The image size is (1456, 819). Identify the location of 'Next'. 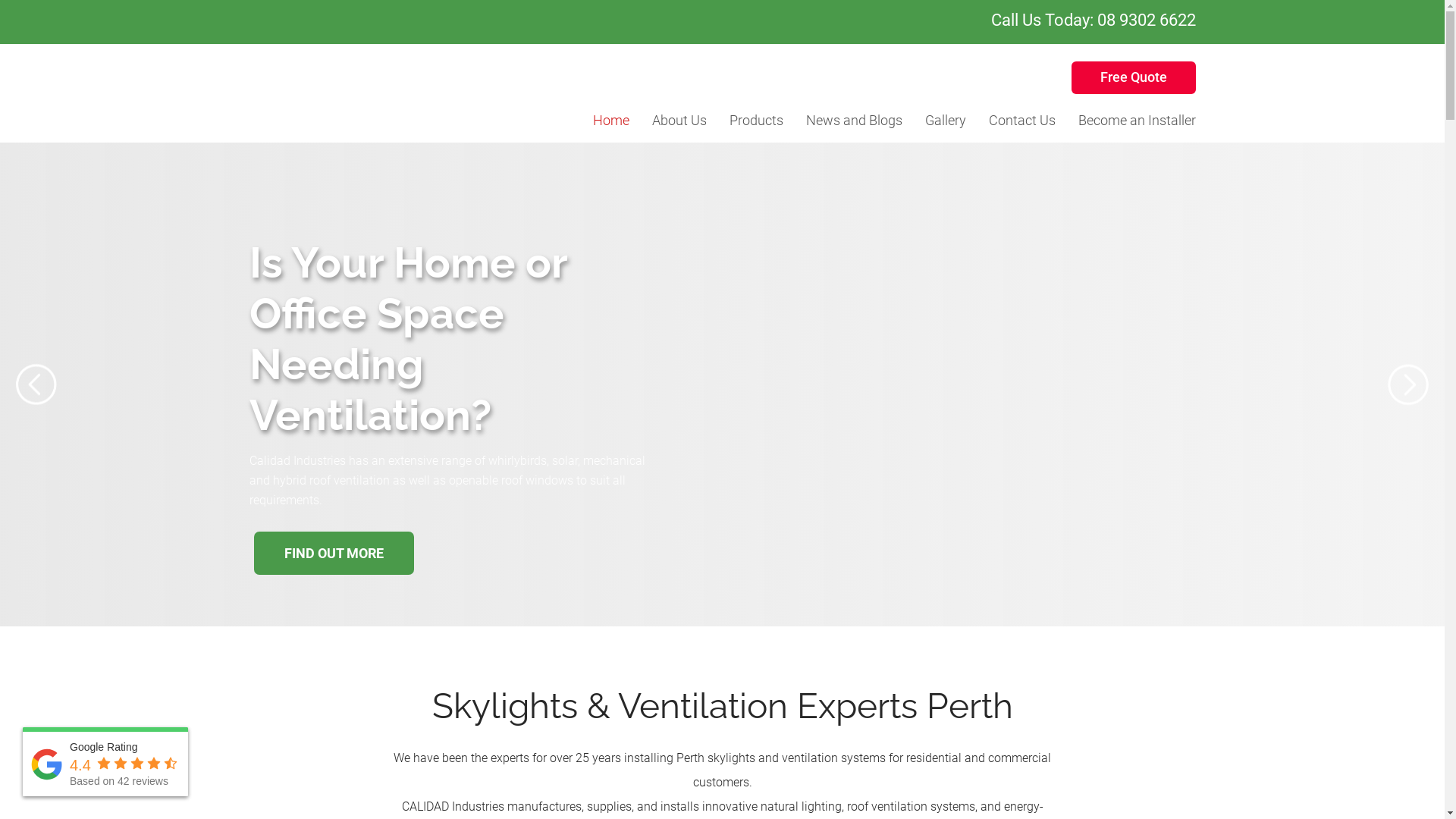
(1387, 384).